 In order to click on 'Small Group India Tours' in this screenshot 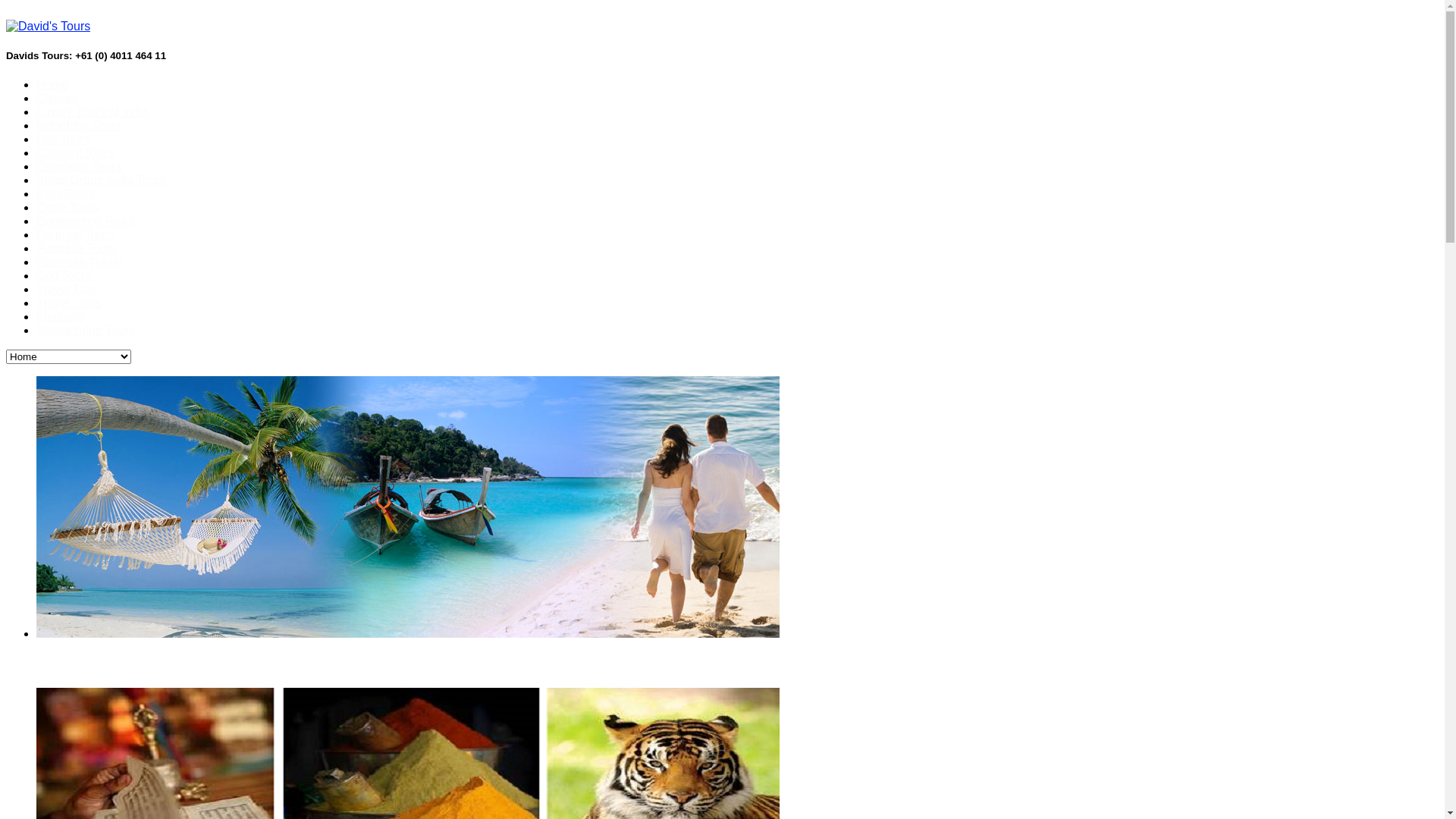, I will do `click(100, 179)`.